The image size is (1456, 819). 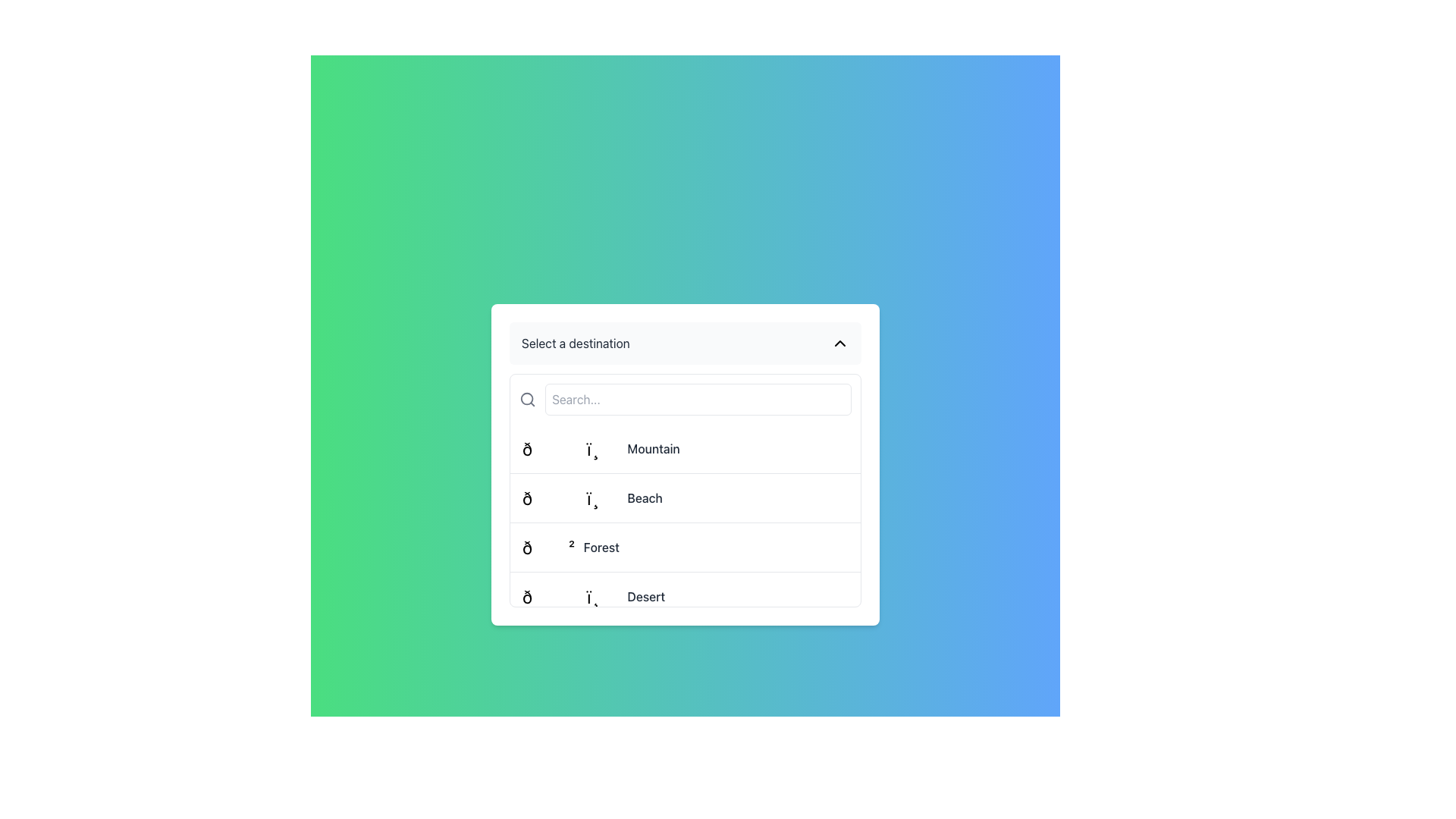 I want to click on the 'Desert' text label in the dropdown menu titled 'Select a destination', so click(x=645, y=595).